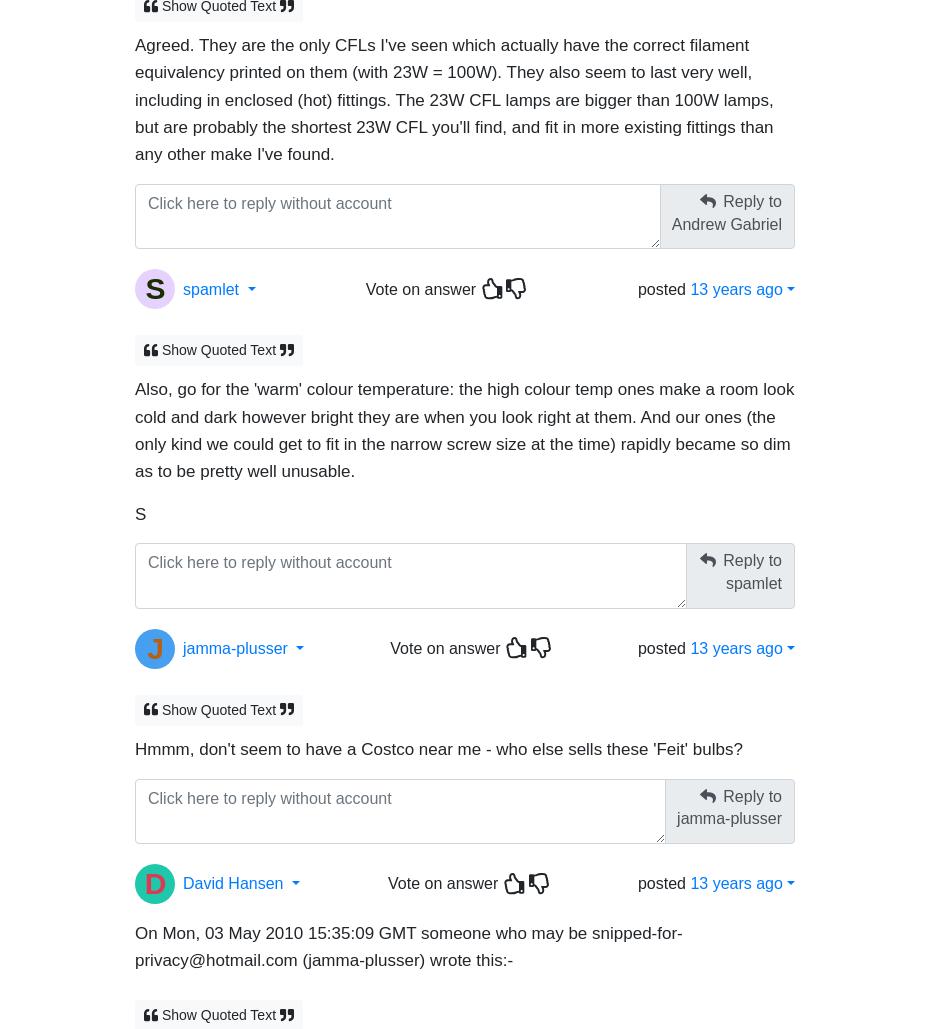  Describe the element at coordinates (134, 739) in the screenshot. I see `'Hmmm, don't seem to have a Costco near me - who else sells these 'Feit' bulbs?'` at that location.